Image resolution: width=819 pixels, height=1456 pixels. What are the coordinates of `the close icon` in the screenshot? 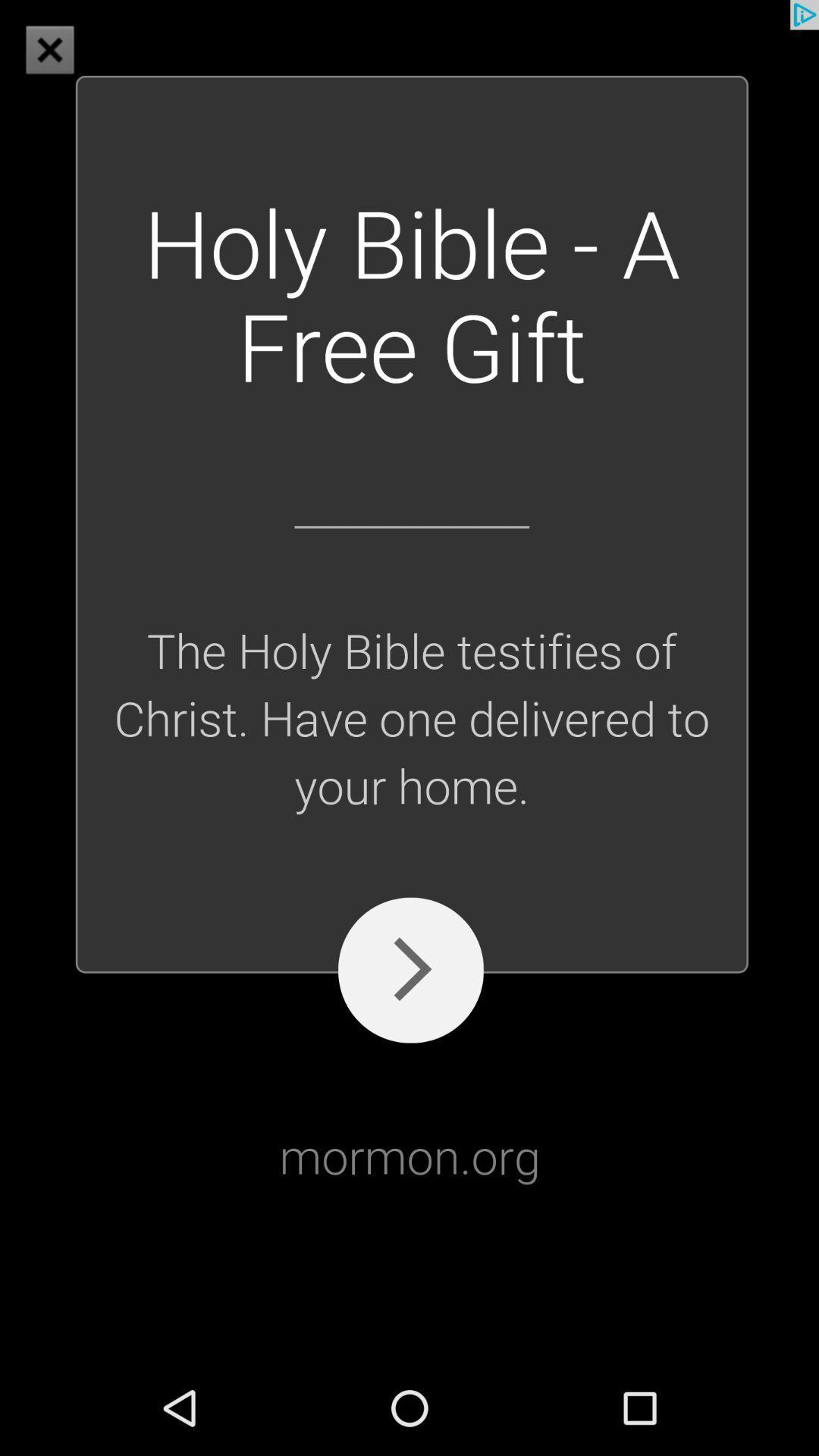 It's located at (49, 53).